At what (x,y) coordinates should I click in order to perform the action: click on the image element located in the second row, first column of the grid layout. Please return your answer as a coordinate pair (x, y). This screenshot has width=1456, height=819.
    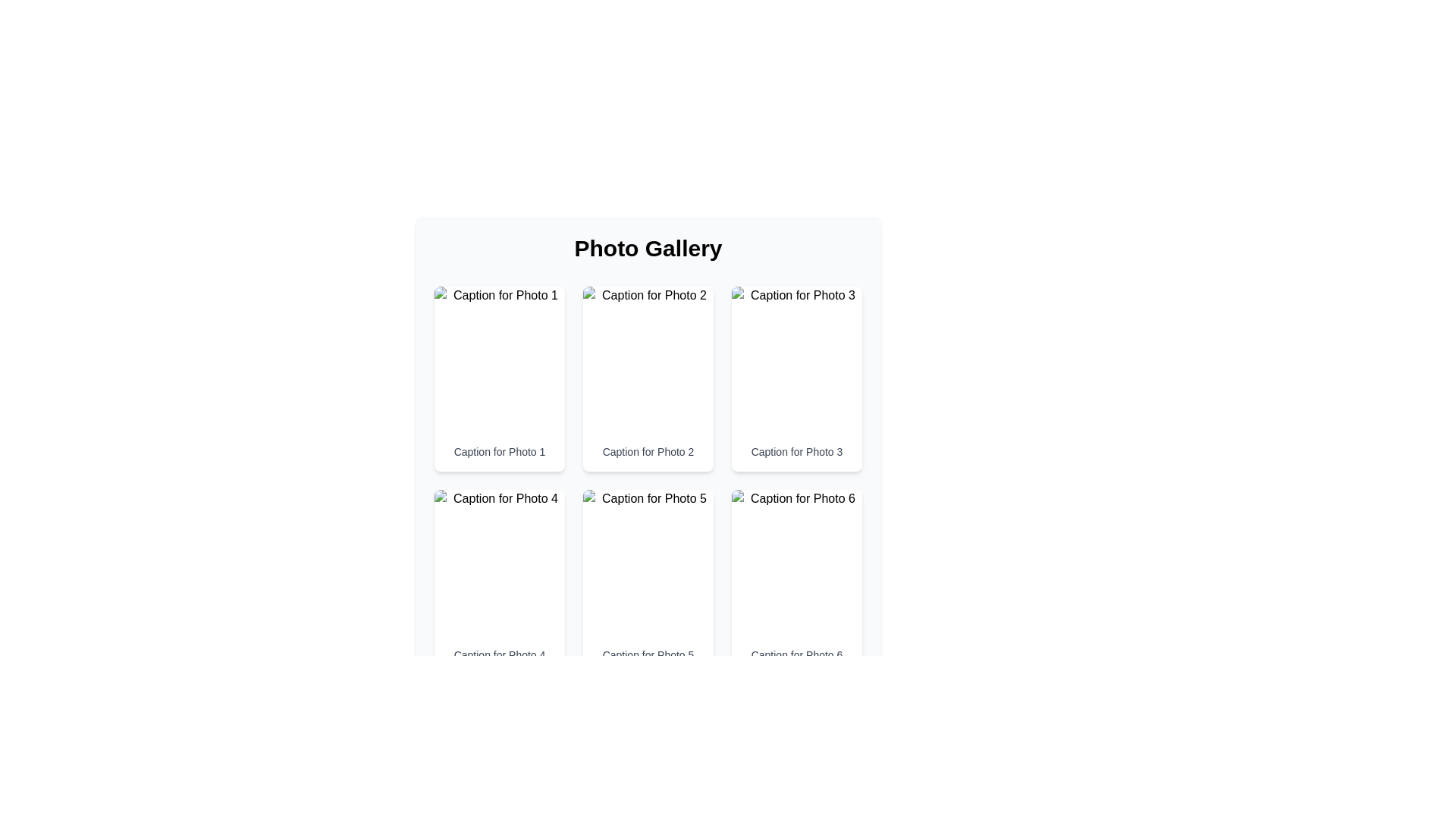
    Looking at the image, I should click on (499, 562).